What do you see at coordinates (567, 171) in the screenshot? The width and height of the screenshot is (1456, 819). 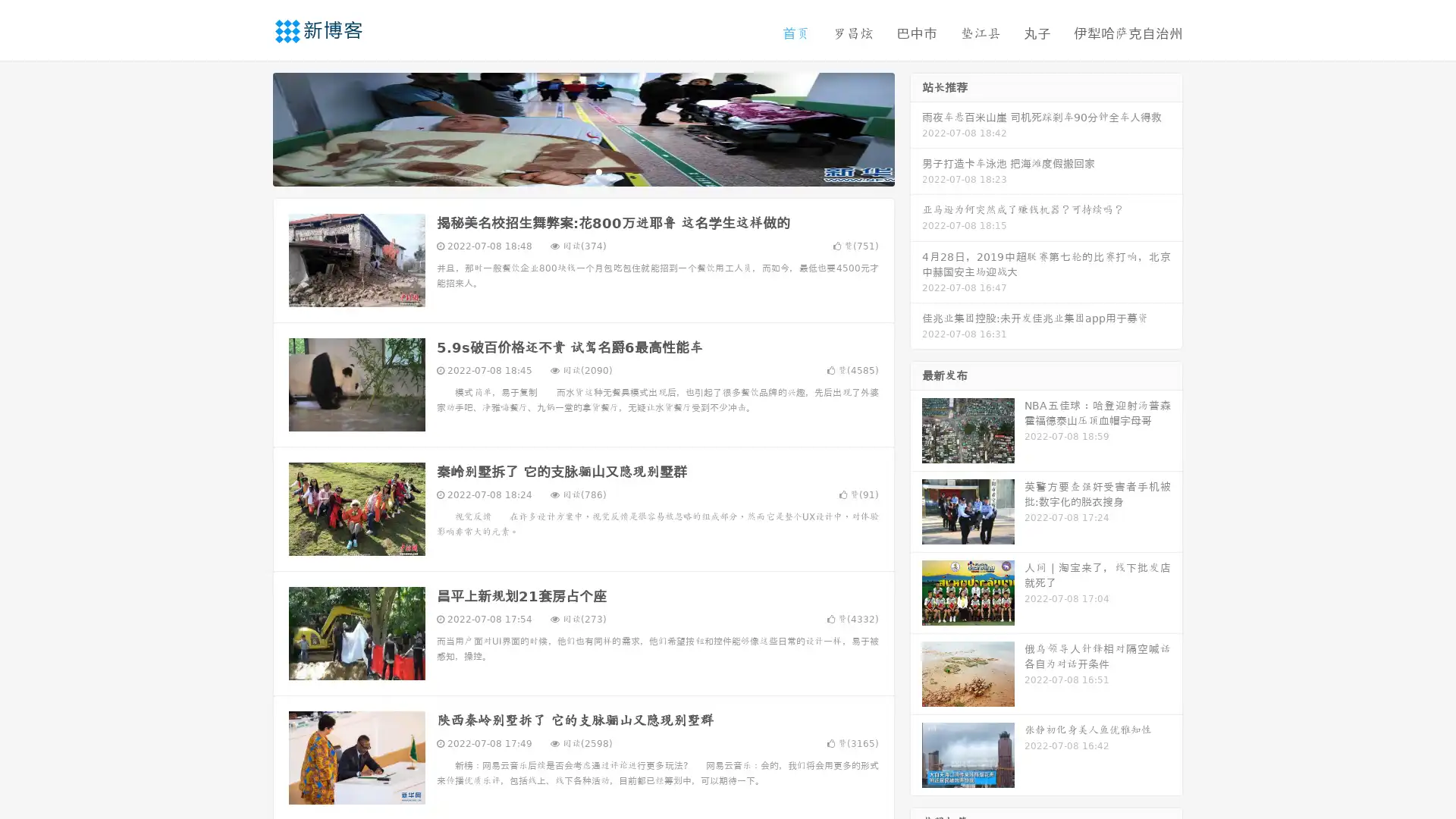 I see `Go to slide 1` at bounding box center [567, 171].